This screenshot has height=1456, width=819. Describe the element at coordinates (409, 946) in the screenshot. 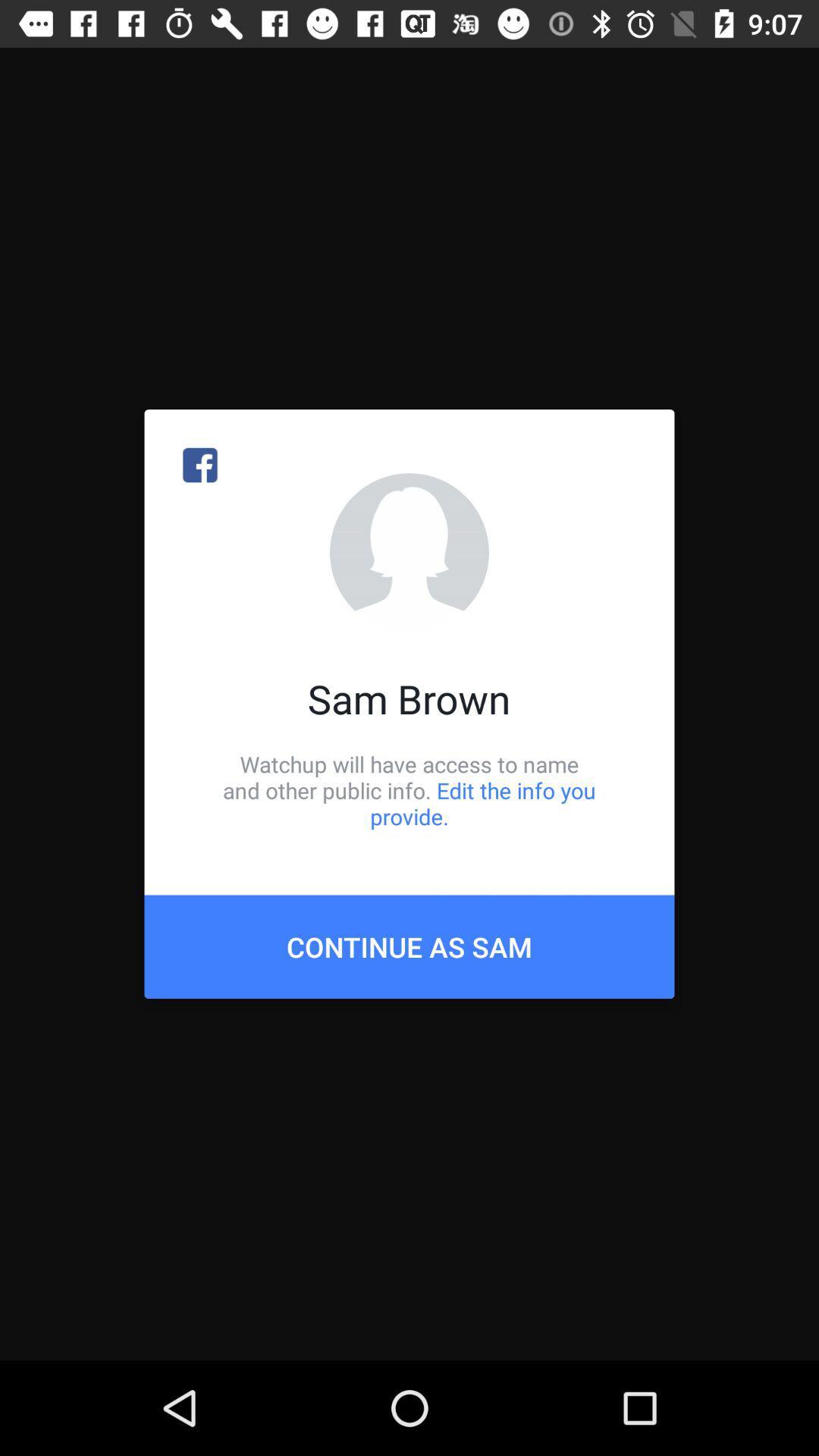

I see `continue as sam icon` at that location.